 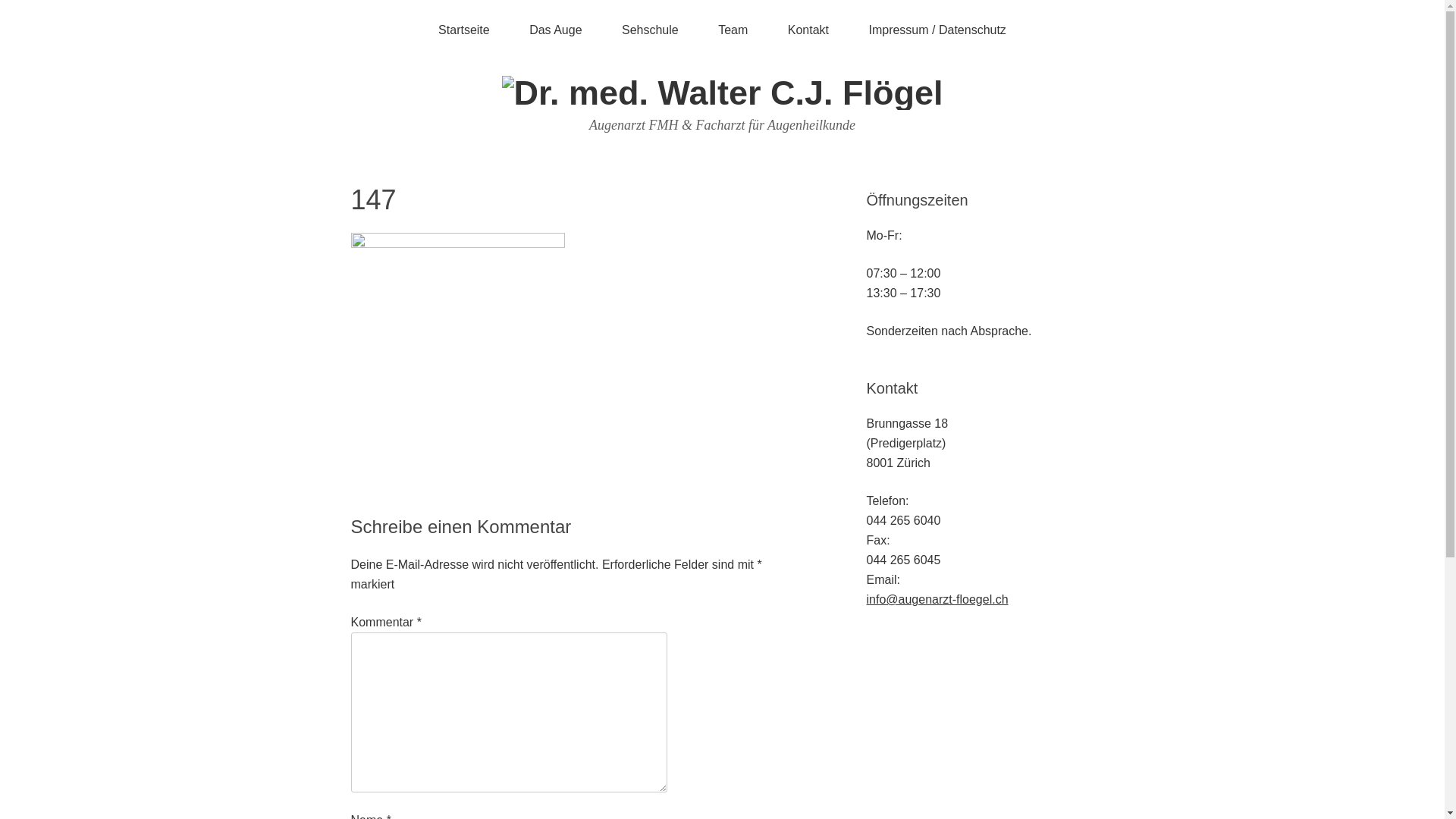 I want to click on 'info@augenarzt-floegel.ch', so click(x=936, y=598).